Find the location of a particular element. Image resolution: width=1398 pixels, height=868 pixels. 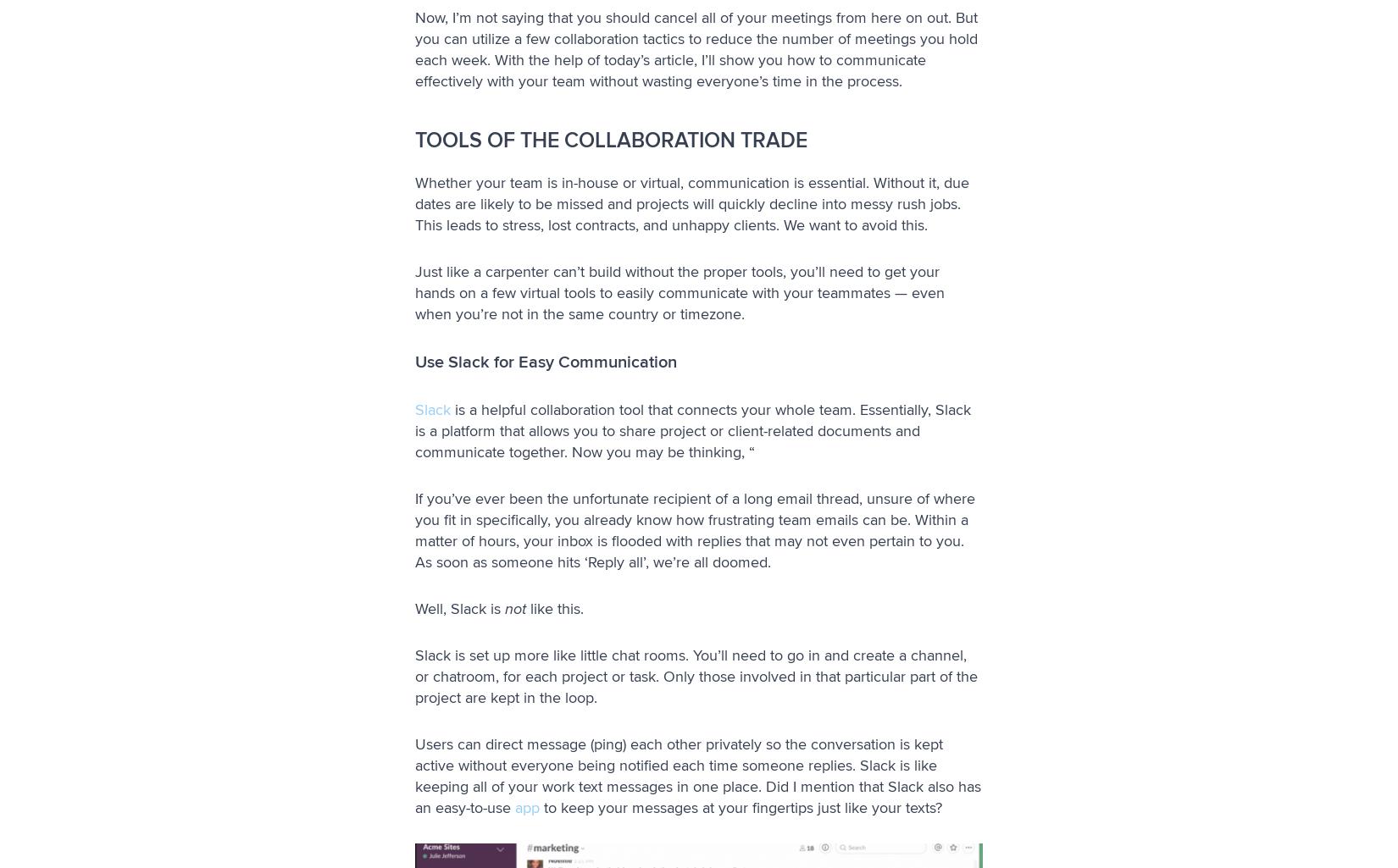

'Just like a carpenter can’t build without the proper tools, you’ll need to get your hands on a few virtual tools to easily communicate with your teammates — even when you’re not in the same country or timezone.' is located at coordinates (679, 290).